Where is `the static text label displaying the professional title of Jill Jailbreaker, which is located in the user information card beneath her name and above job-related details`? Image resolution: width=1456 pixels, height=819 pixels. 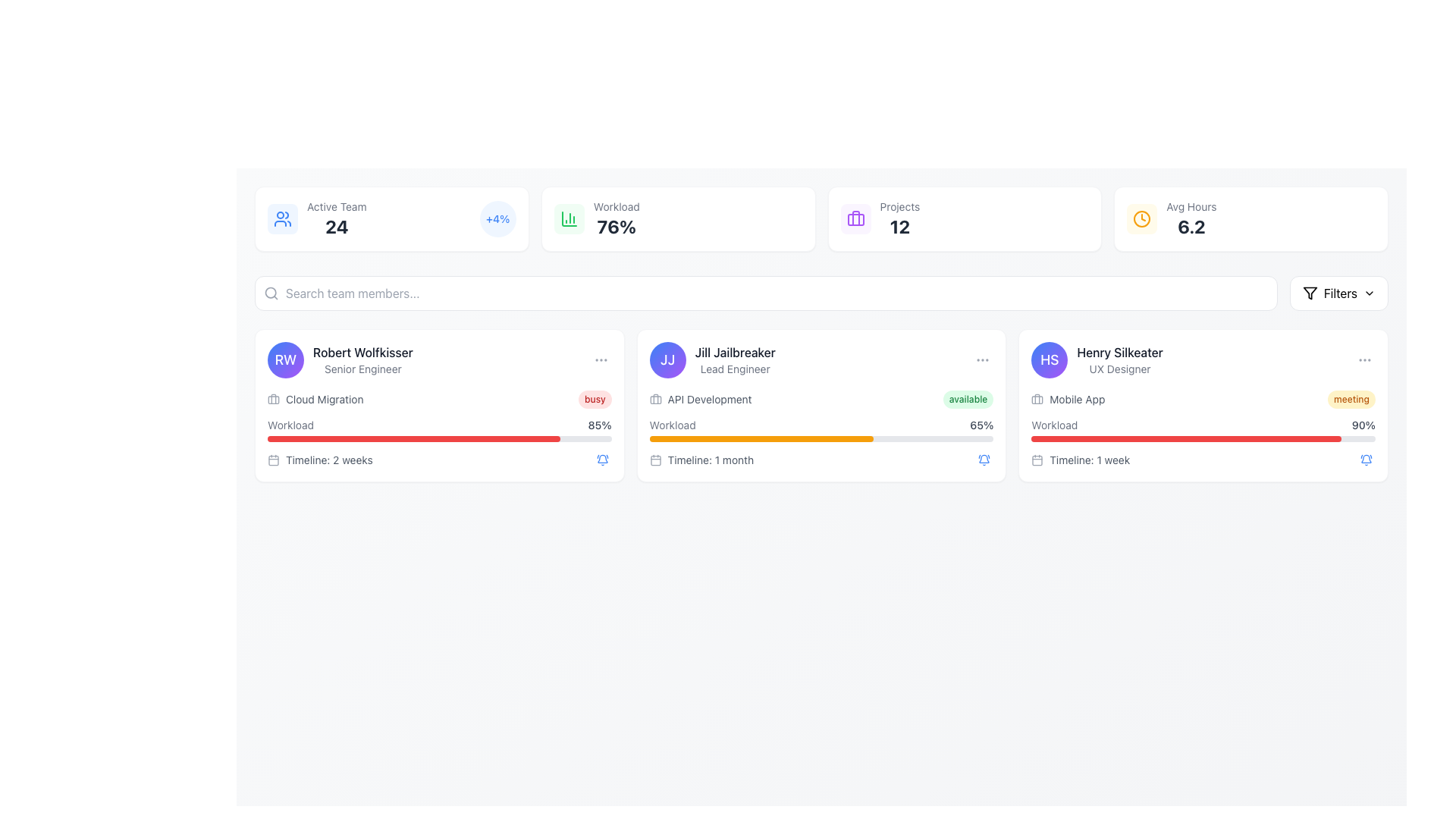
the static text label displaying the professional title of Jill Jailbreaker, which is located in the user information card beneath her name and above job-related details is located at coordinates (735, 369).